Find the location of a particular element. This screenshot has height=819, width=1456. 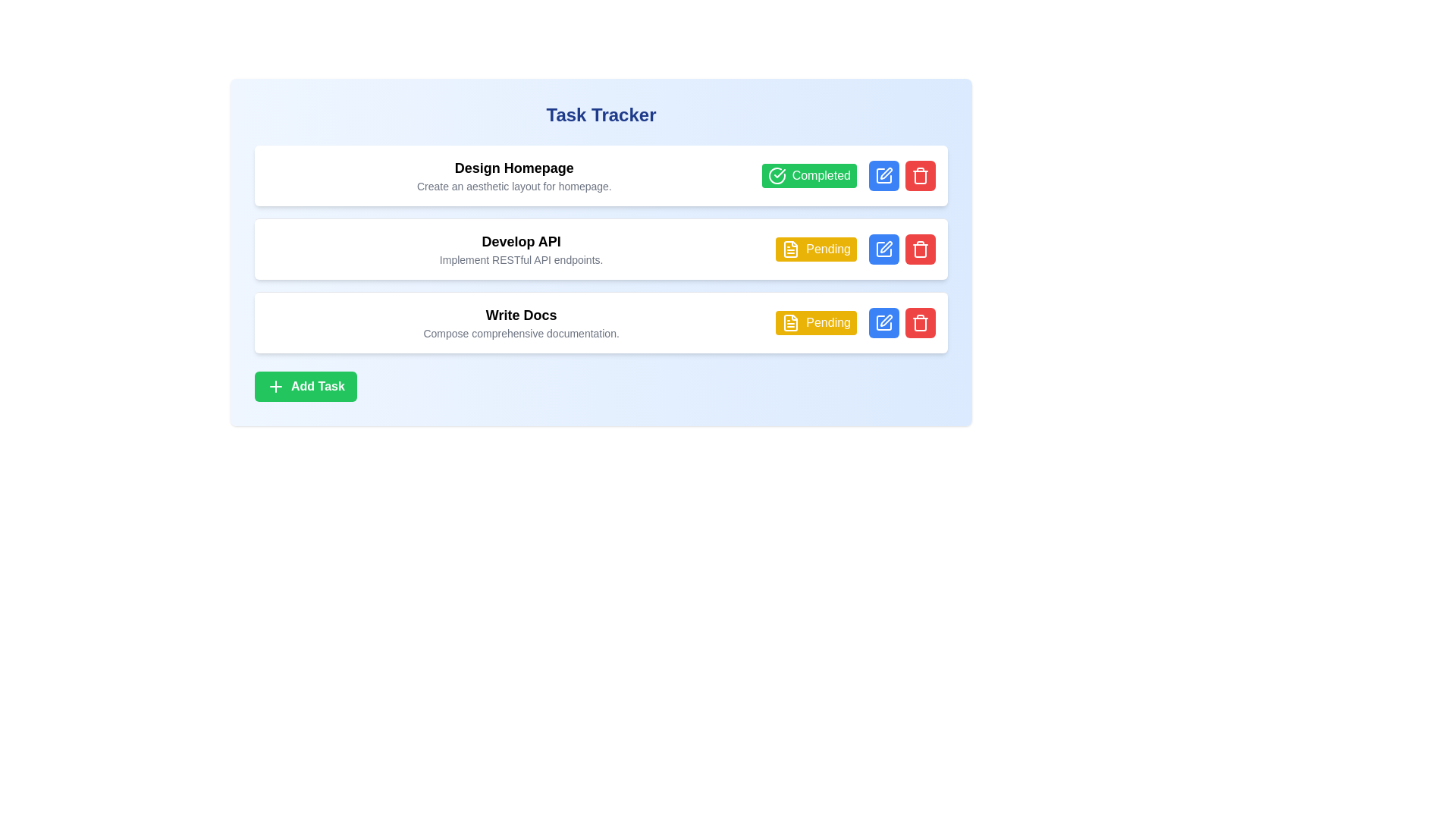

the 'Completed' button, which is a vibrant green rectangular button with rounded corners and white text, located in the topmost task row to the right of the task title and left of the blue 'Edit' button is located at coordinates (808, 174).